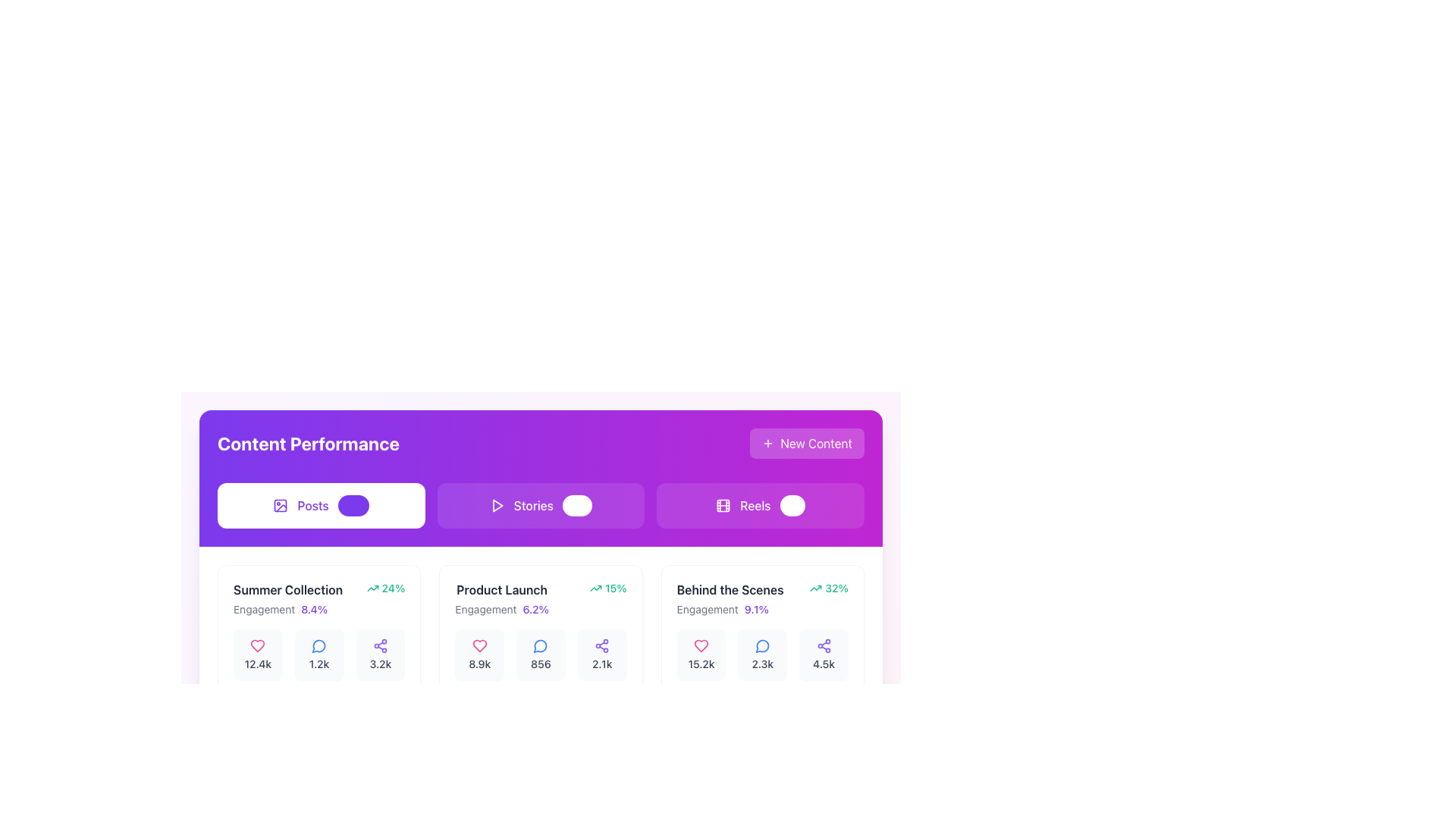 This screenshot has width=1456, height=819. Describe the element at coordinates (541, 663) in the screenshot. I see `the numerical indicator text label located at the bottom of the vertically-aligned group beneath the speech bubble icon, which represents a count or total for the 'Product Launch' category metrics` at that location.